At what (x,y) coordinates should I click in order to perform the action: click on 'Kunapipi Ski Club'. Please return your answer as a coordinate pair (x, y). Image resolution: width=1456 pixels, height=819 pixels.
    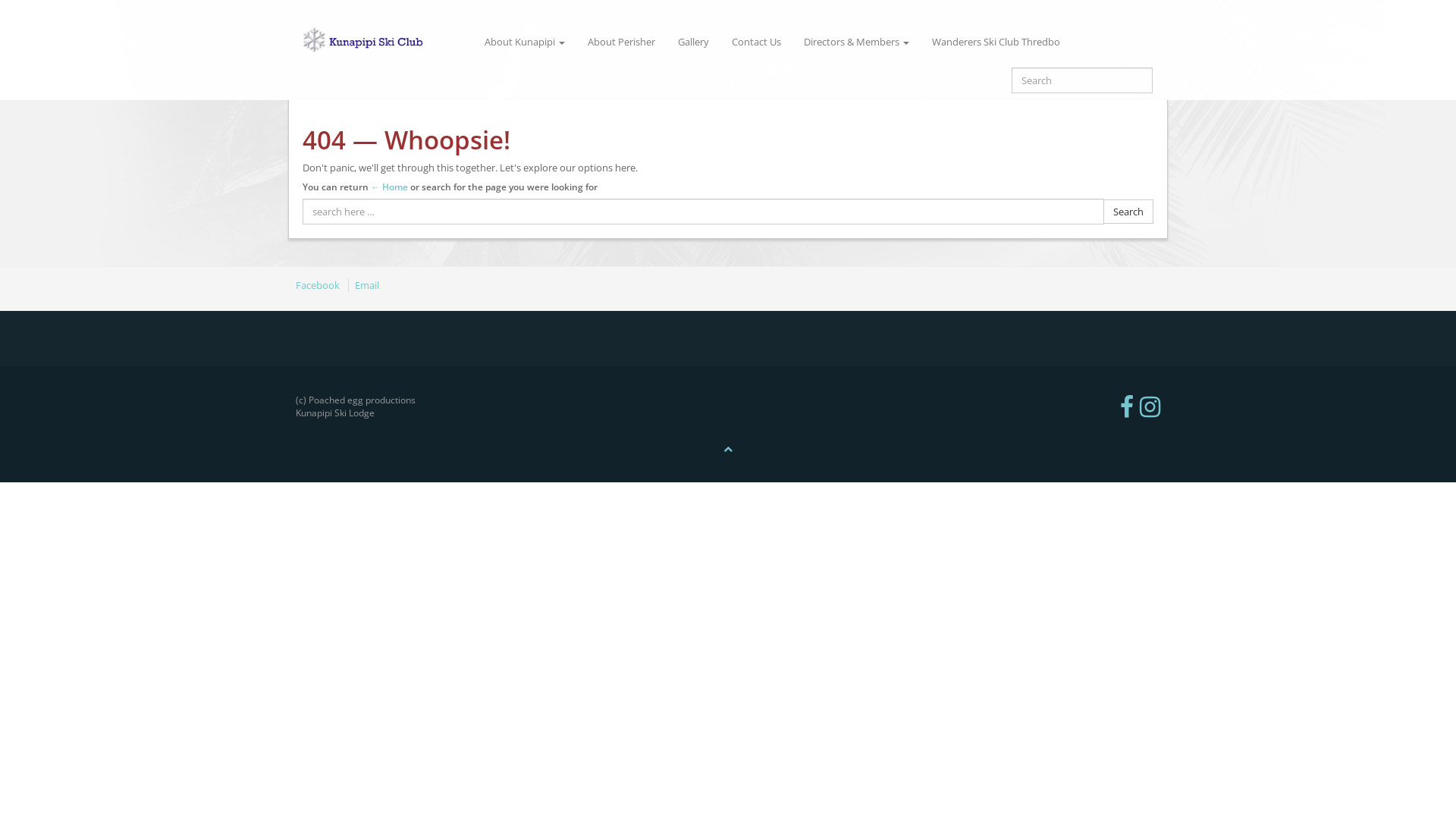
    Looking at the image, I should click on (381, 40).